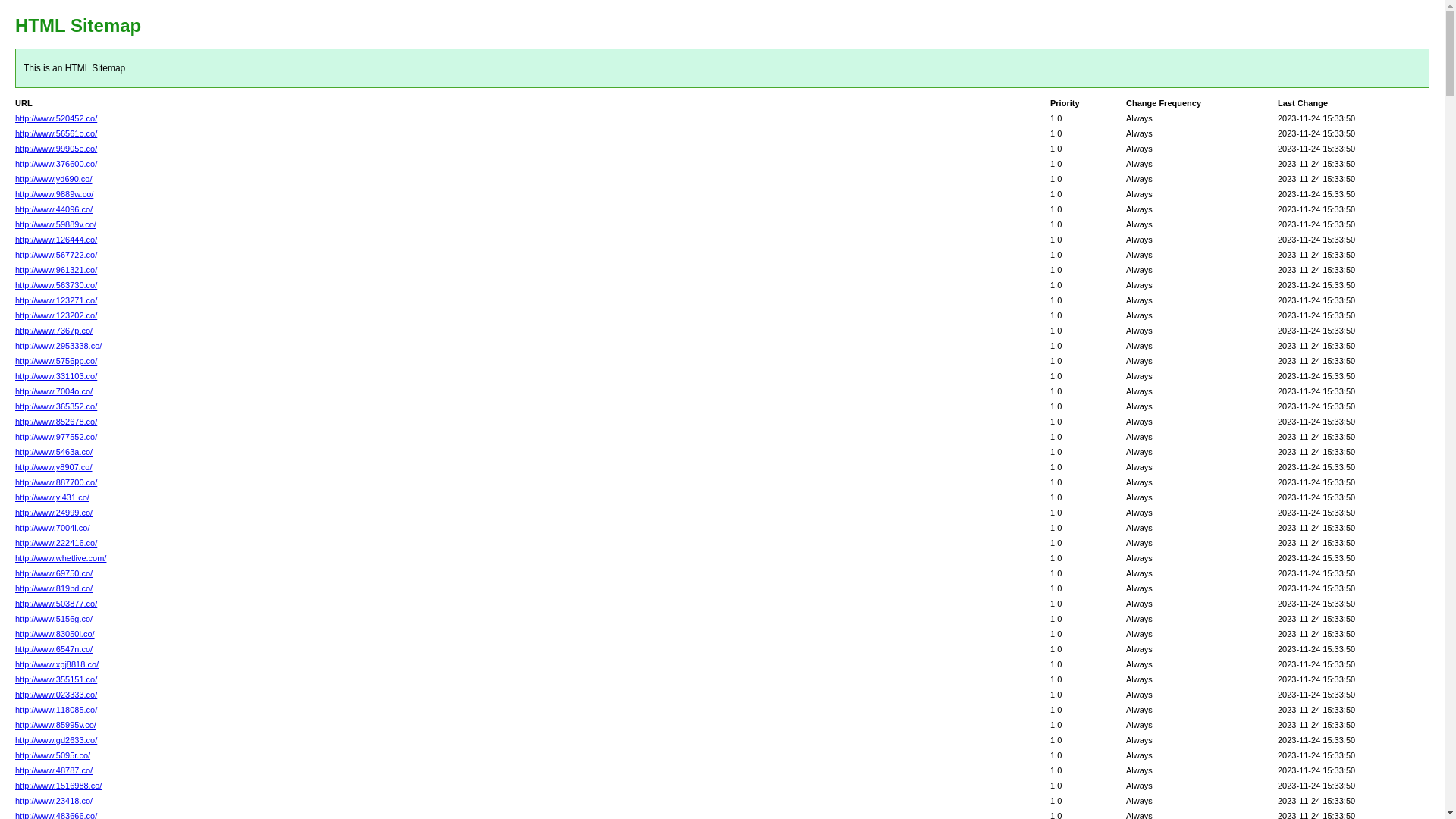 The width and height of the screenshot is (1456, 819). Describe the element at coordinates (55, 375) in the screenshot. I see `'http://www.331103.co/'` at that location.